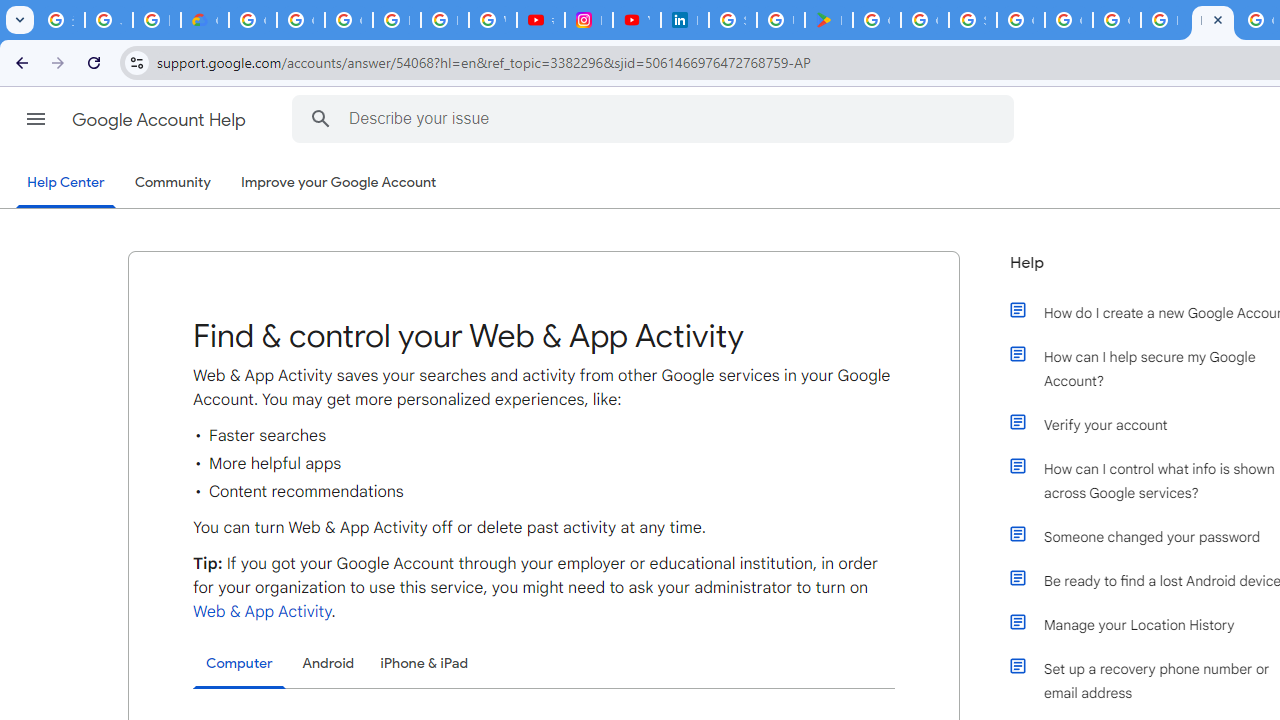 This screenshot has width=1280, height=720. I want to click on 'Community', so click(172, 183).